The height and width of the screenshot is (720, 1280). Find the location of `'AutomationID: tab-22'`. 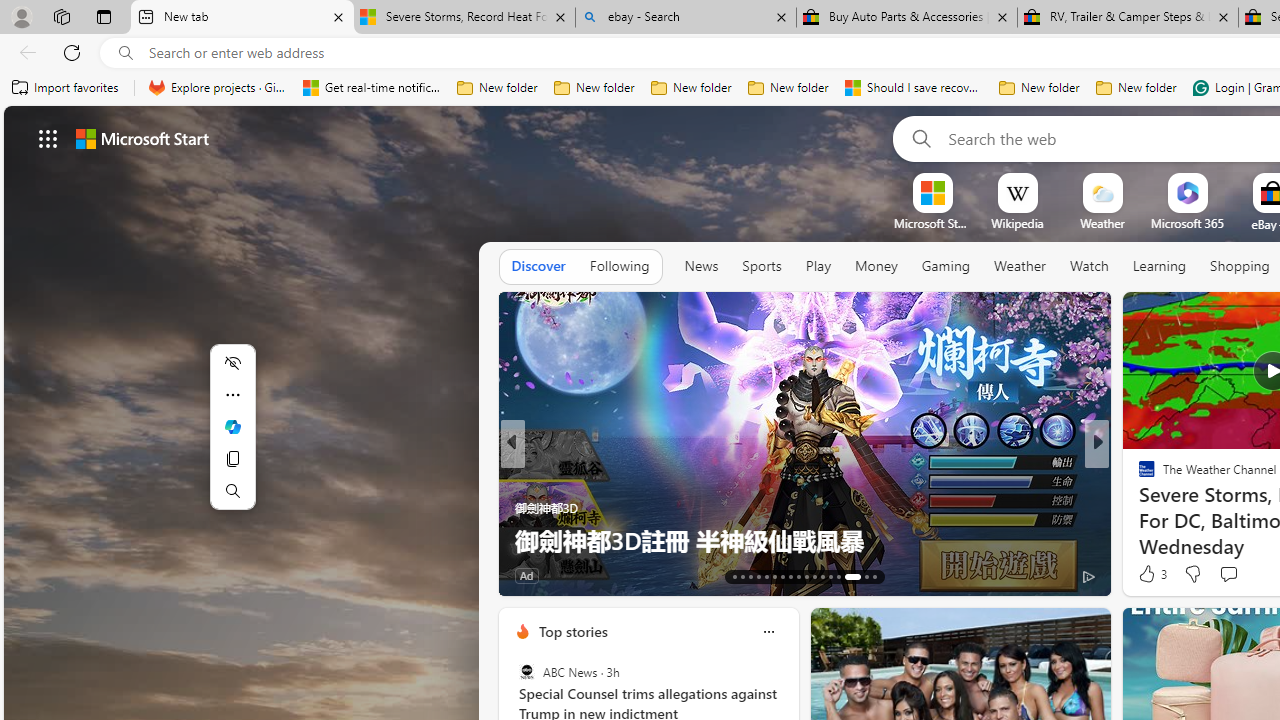

'AutomationID: tab-22' is located at coordinates (807, 577).